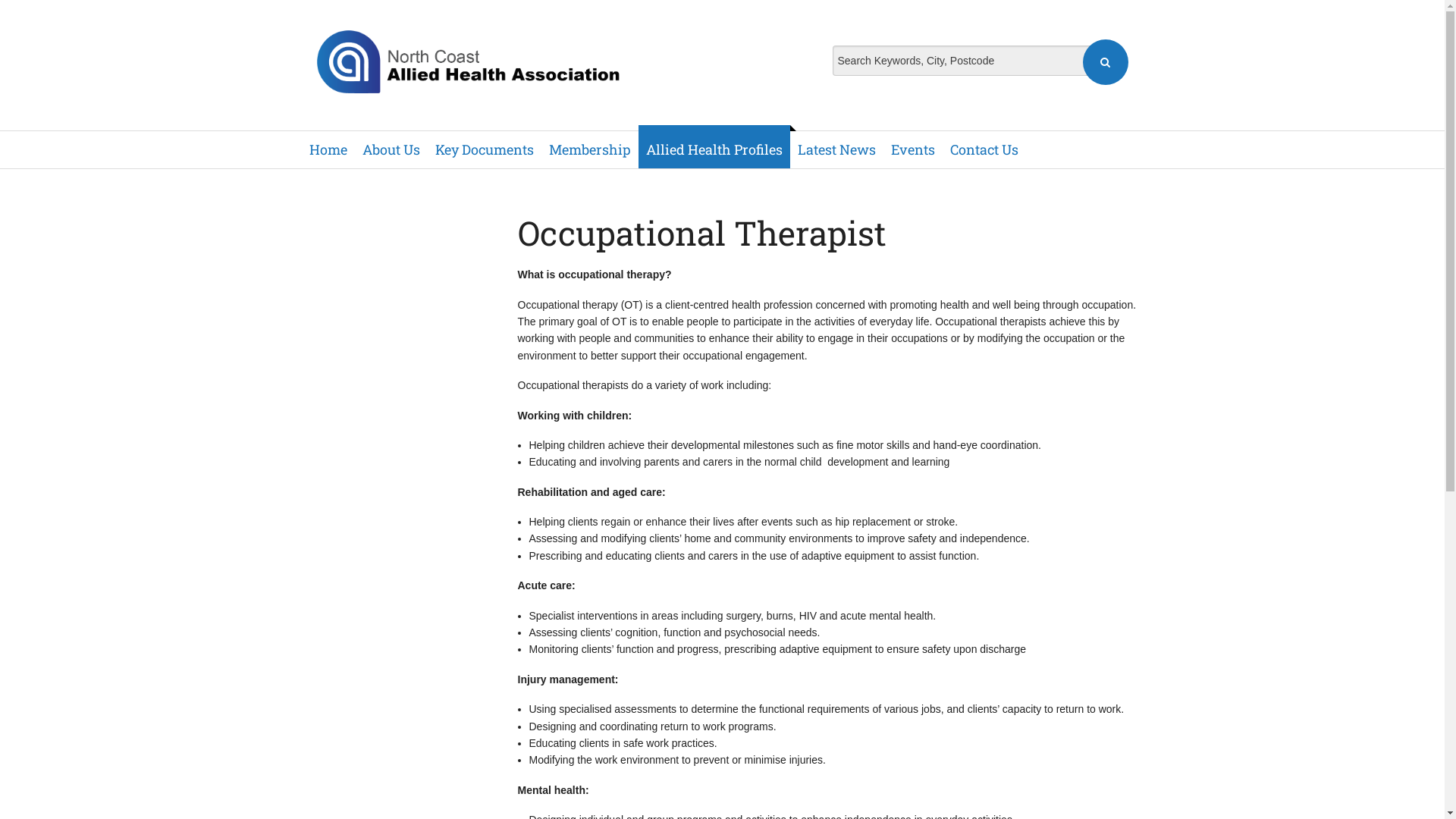  I want to click on 'Home', so click(327, 149).